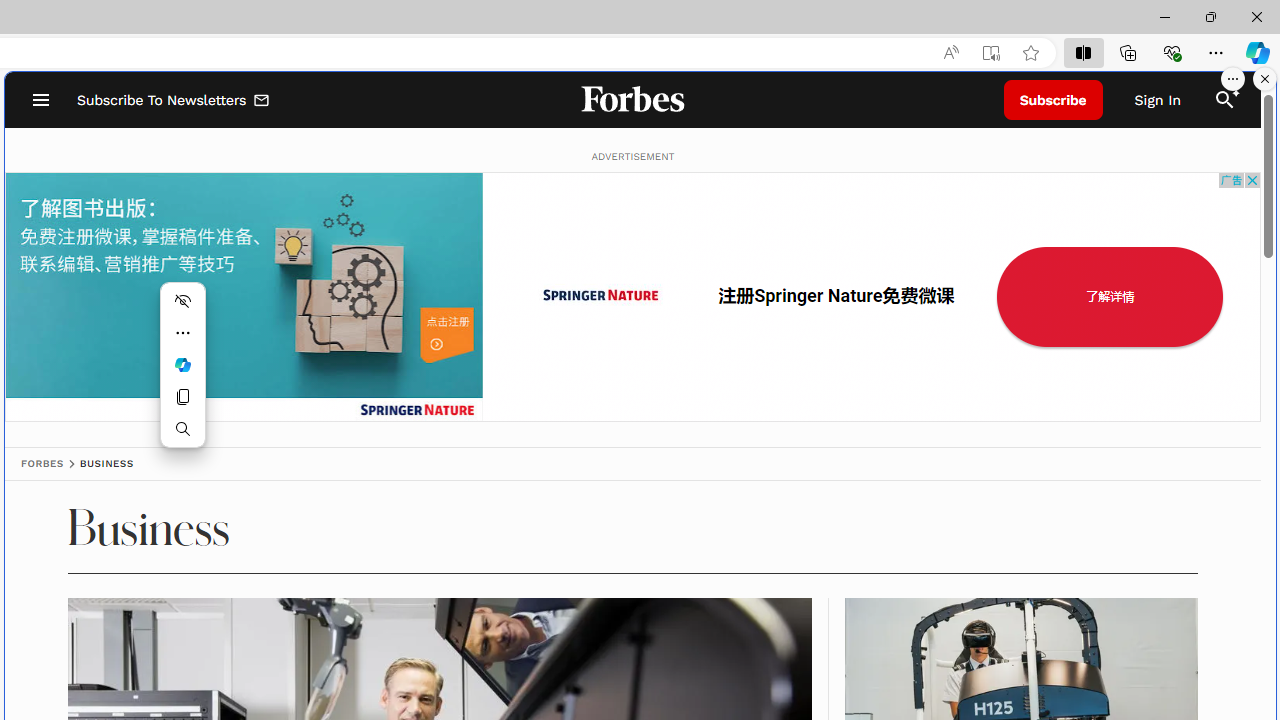 The height and width of the screenshot is (720, 1280). I want to click on 'Mini menu on text selection', so click(183, 365).